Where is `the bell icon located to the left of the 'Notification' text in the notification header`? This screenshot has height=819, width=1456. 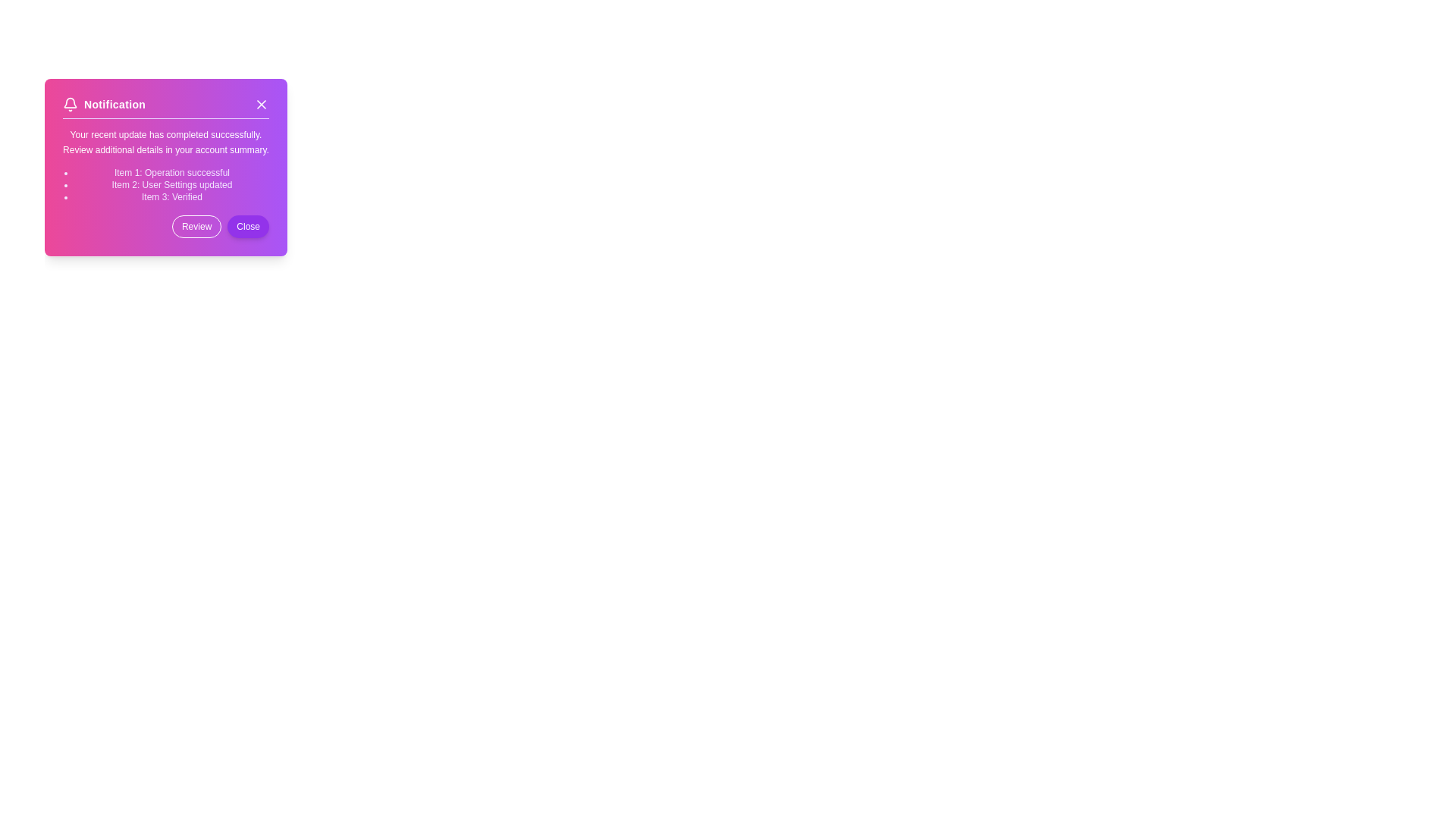
the bell icon located to the left of the 'Notification' text in the notification header is located at coordinates (69, 104).